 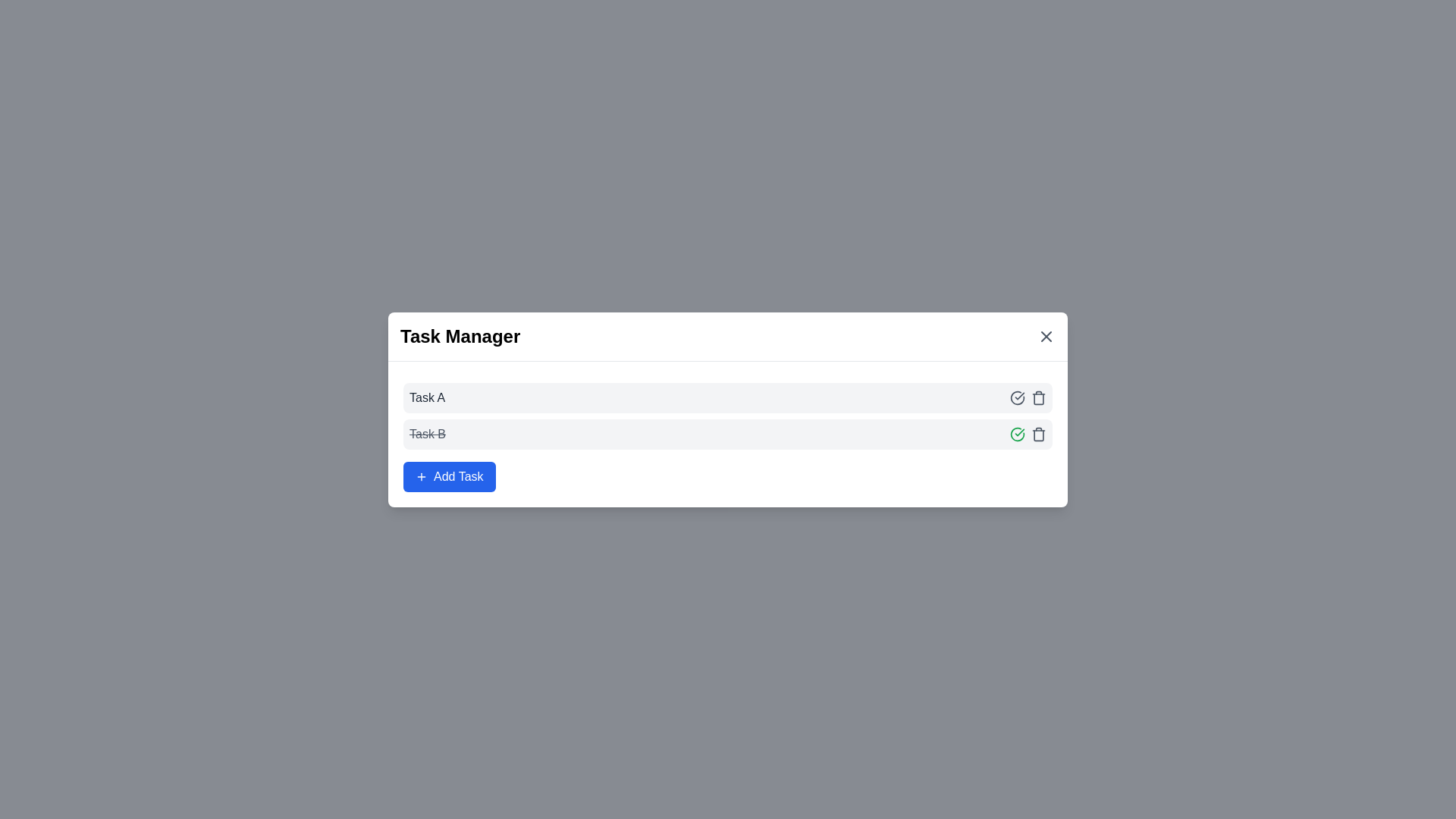 I want to click on the close button located at the top right corner of the task manager dialog box to change its icon color, so click(x=1046, y=335).